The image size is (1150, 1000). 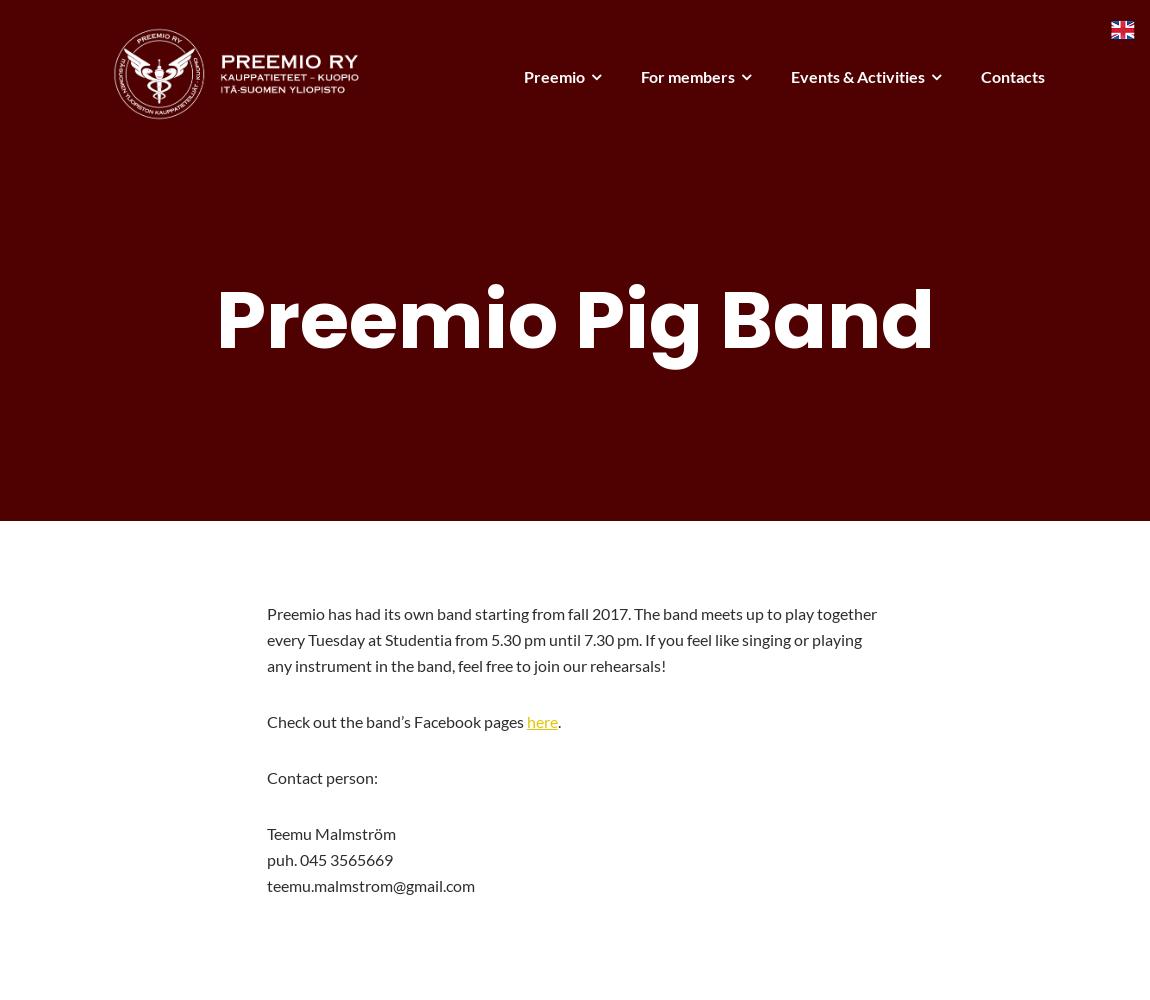 I want to click on 'Teemu Malmström', so click(x=264, y=831).